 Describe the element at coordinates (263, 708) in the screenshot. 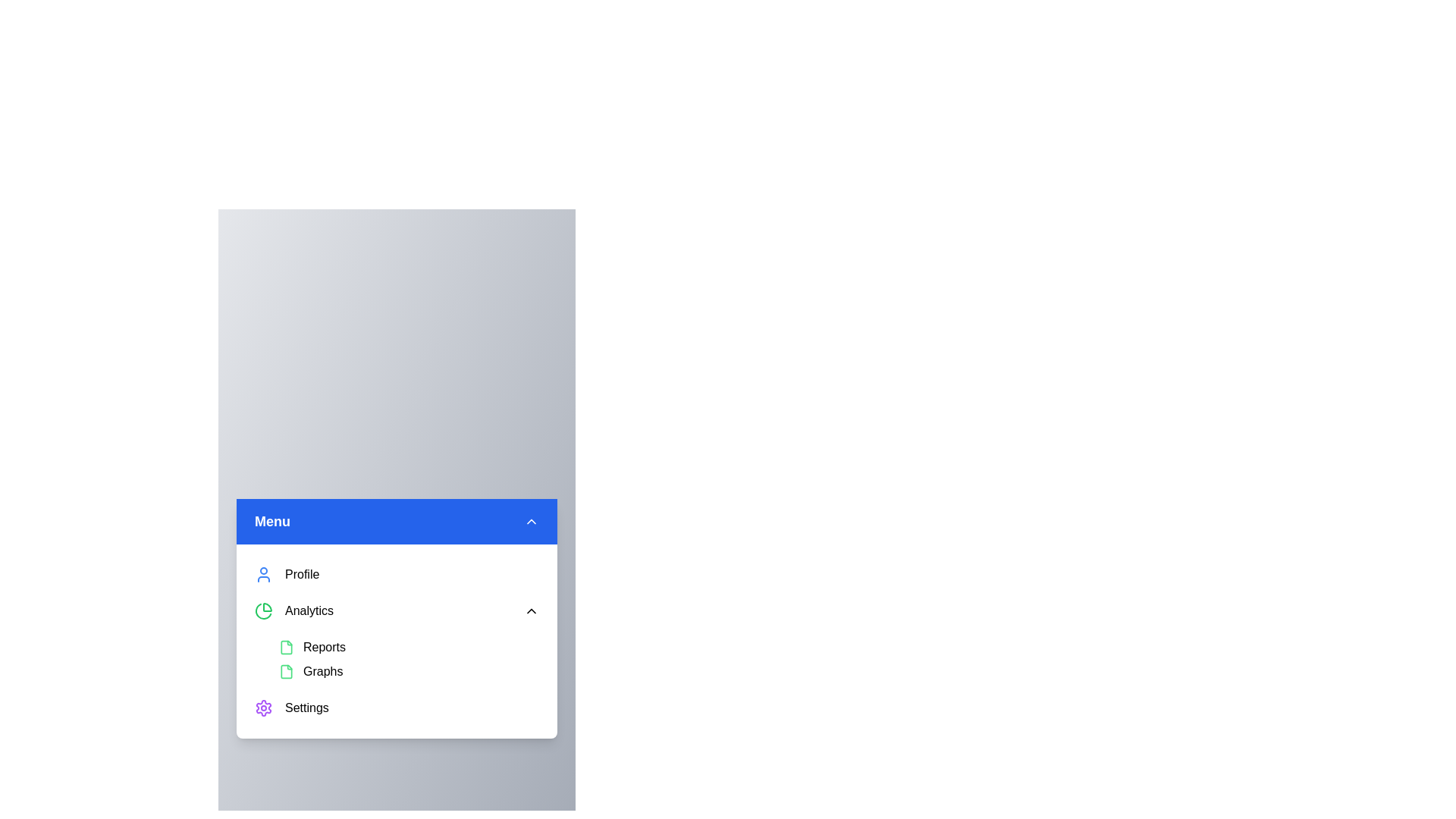

I see `the purple gear icon representing 'Settings', located to the left of the 'Settings' text label in the menu structure` at that location.